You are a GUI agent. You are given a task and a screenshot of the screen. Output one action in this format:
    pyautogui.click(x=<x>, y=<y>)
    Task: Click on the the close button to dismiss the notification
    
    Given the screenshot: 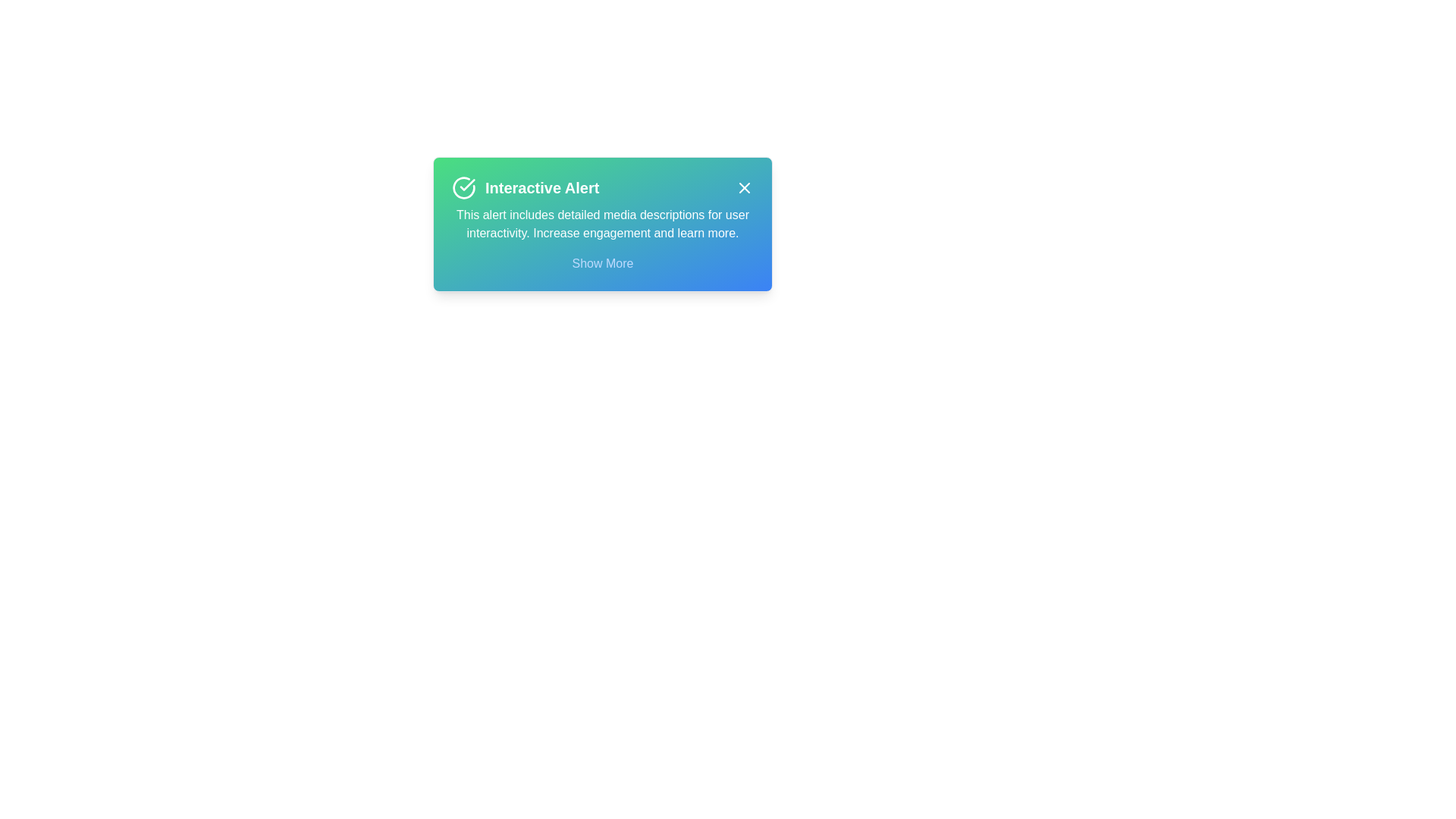 What is the action you would take?
    pyautogui.click(x=745, y=187)
    